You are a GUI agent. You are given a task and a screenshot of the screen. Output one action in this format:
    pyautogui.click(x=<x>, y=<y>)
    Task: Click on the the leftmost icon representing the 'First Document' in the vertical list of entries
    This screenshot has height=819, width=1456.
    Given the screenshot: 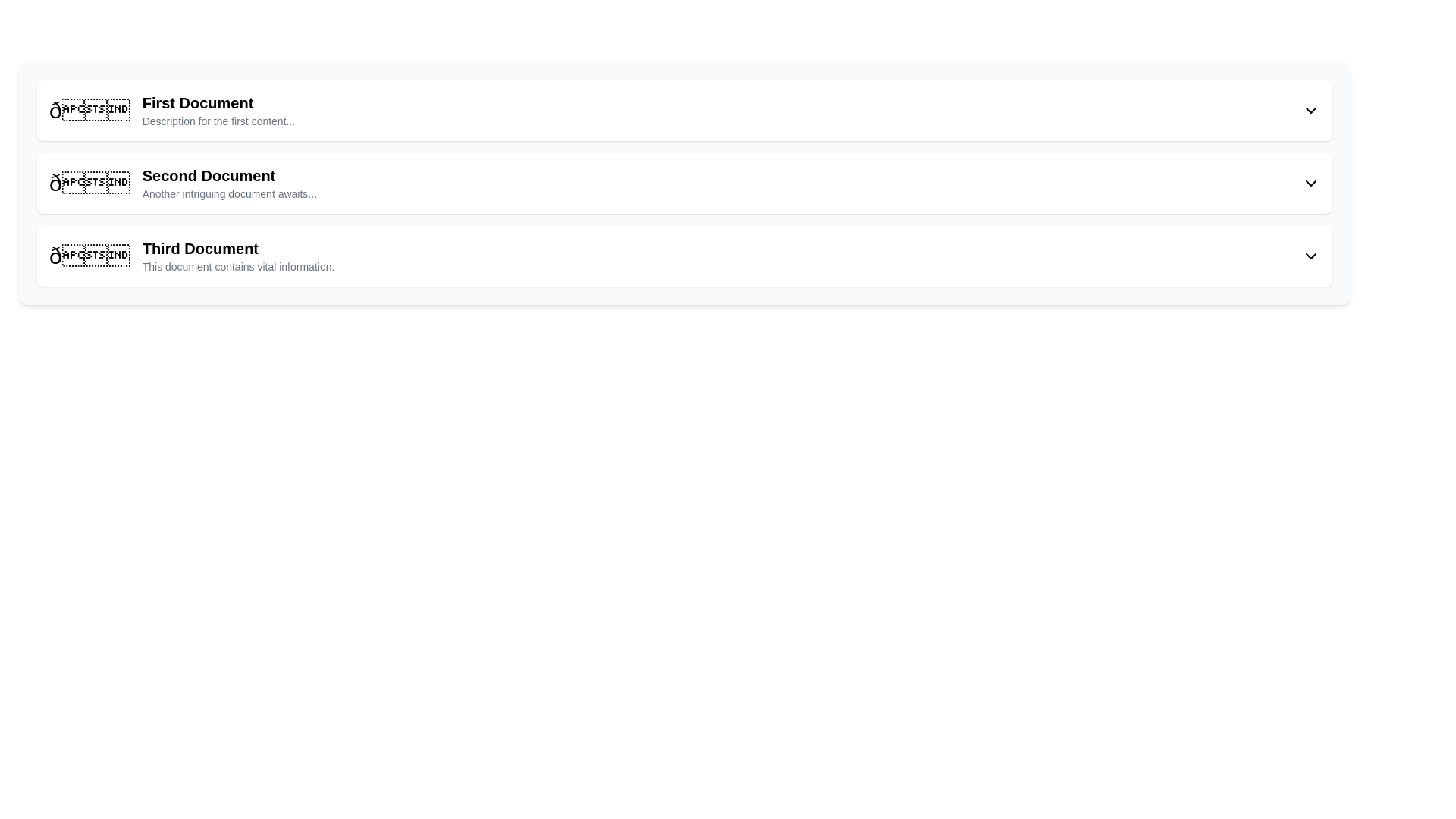 What is the action you would take?
    pyautogui.click(x=89, y=110)
    